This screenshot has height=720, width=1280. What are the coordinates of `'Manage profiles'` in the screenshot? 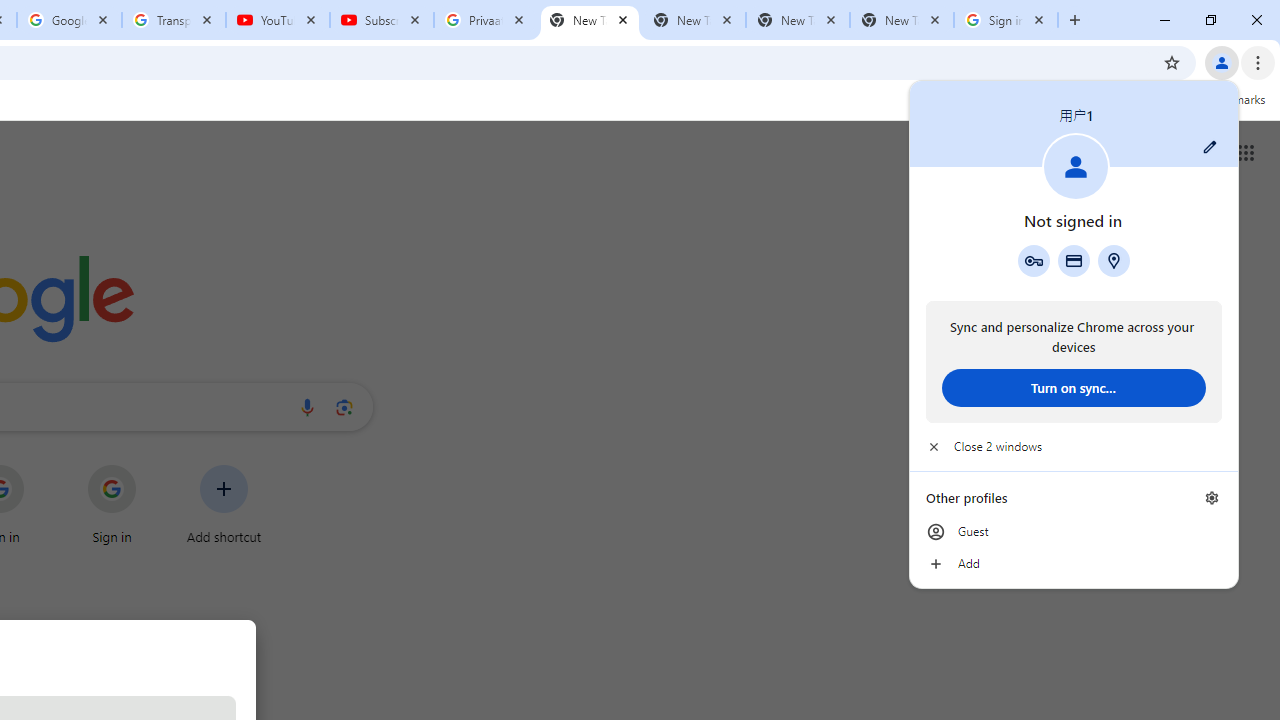 It's located at (1211, 497).